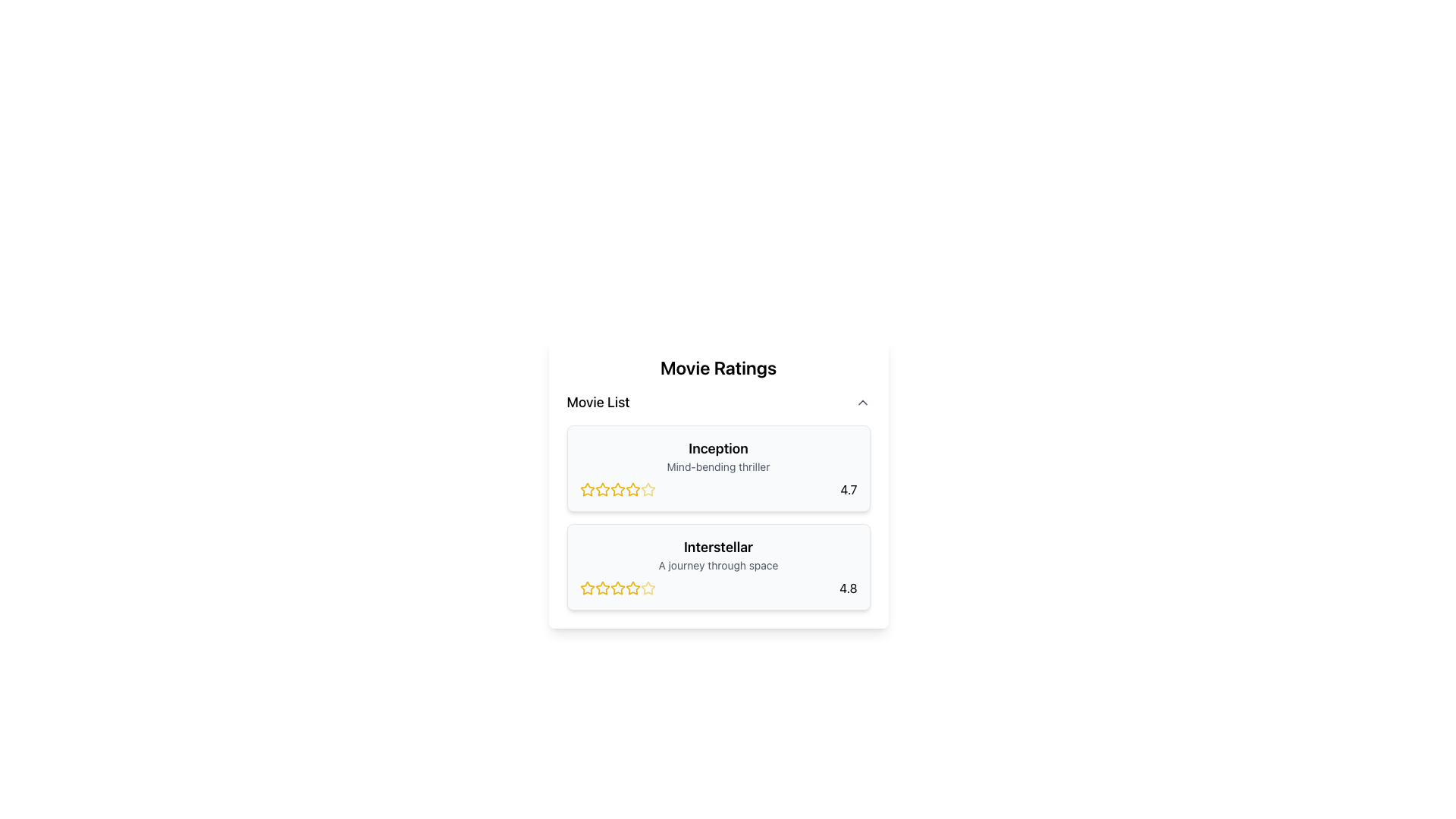 The image size is (1456, 819). What do you see at coordinates (586, 489) in the screenshot?
I see `the first yellow star icon in the rating section for the movie 'Inception'` at bounding box center [586, 489].